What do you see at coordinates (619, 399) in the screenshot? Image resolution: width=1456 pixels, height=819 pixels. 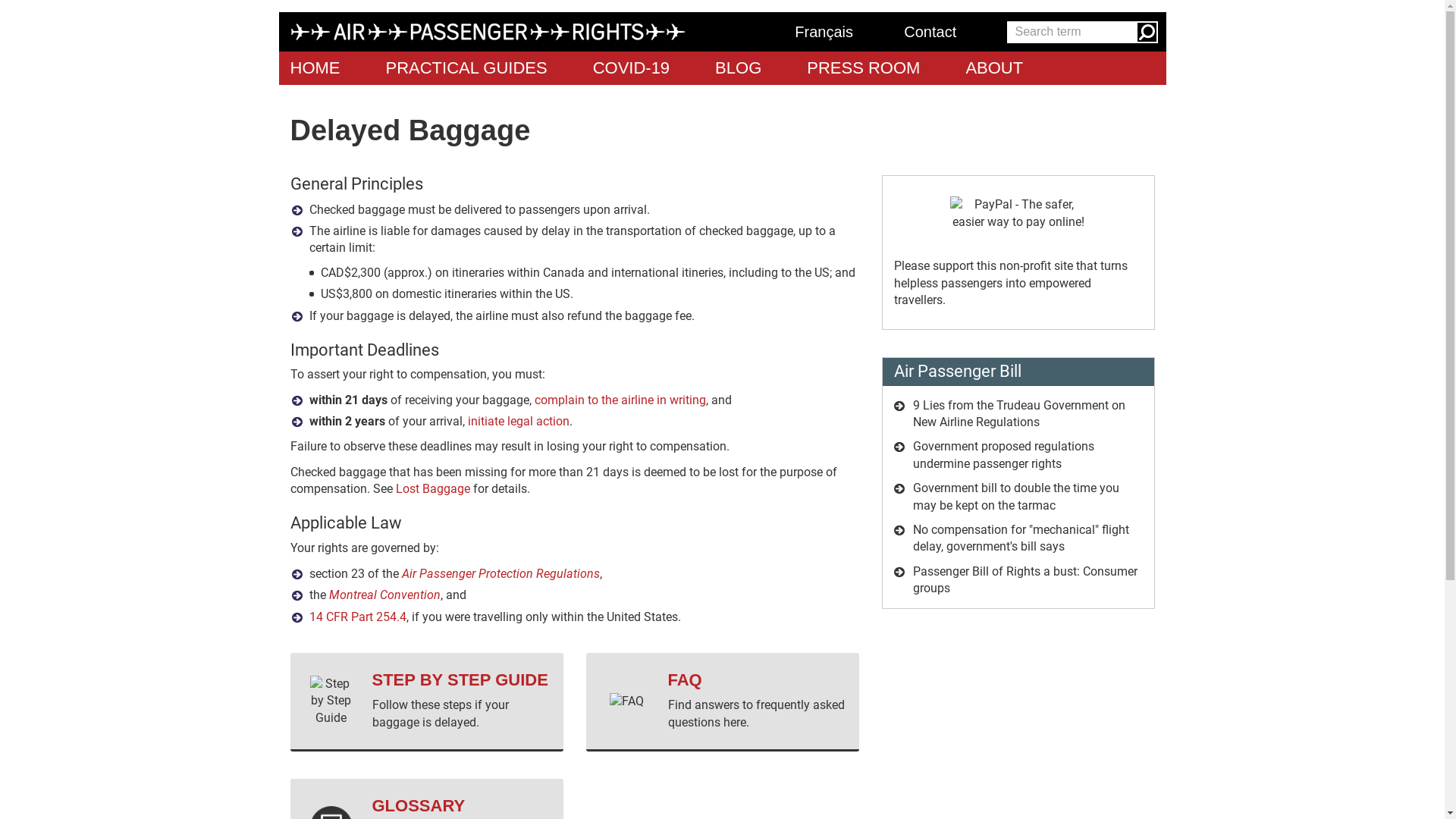 I see `'complain to the airline in writing'` at bounding box center [619, 399].